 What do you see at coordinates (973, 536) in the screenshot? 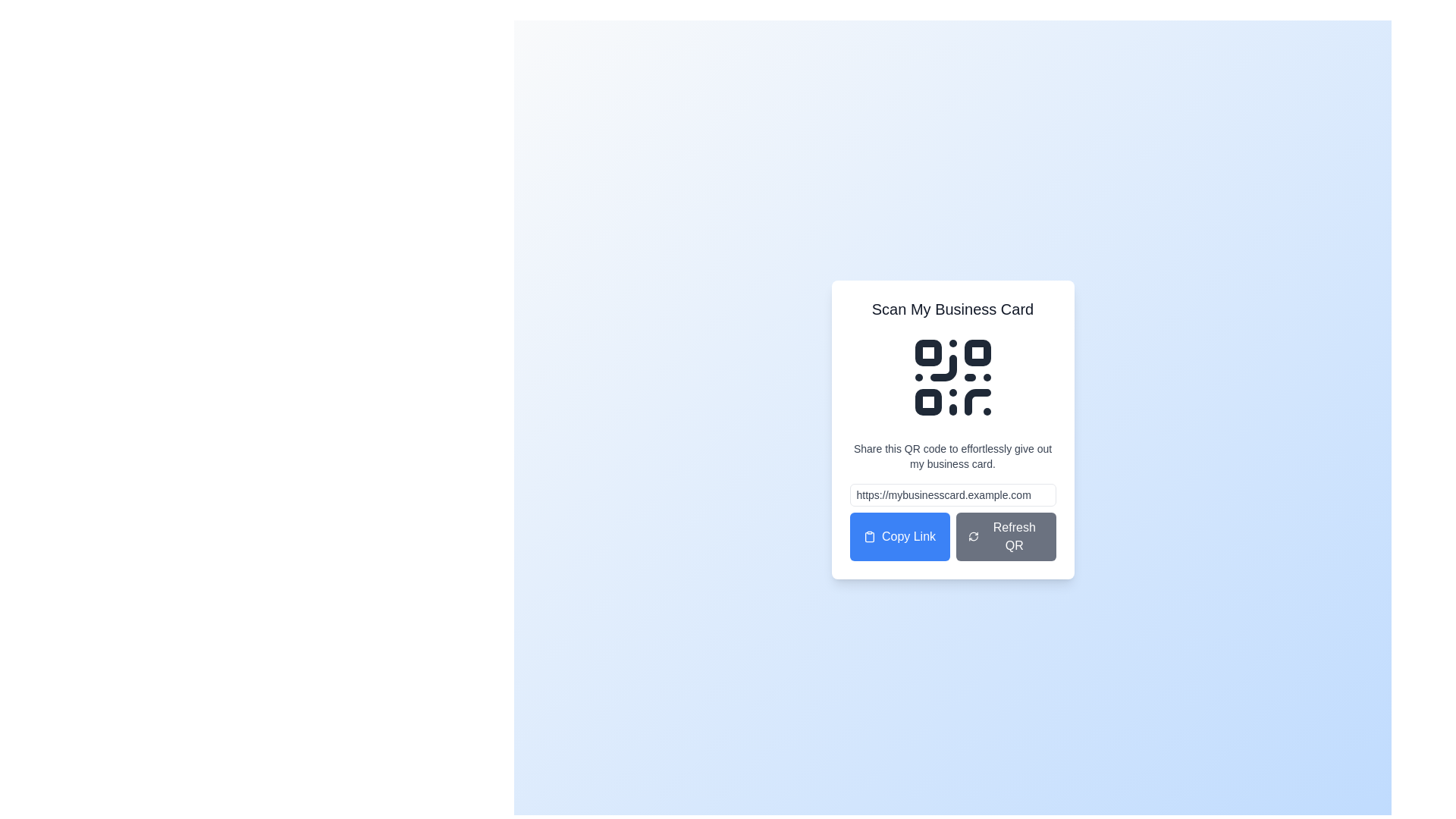
I see `the refresh icon, which is represented by two circular arrows forming a loop and is located within the 'Refresh QR' button at the bottom right of the card` at bounding box center [973, 536].